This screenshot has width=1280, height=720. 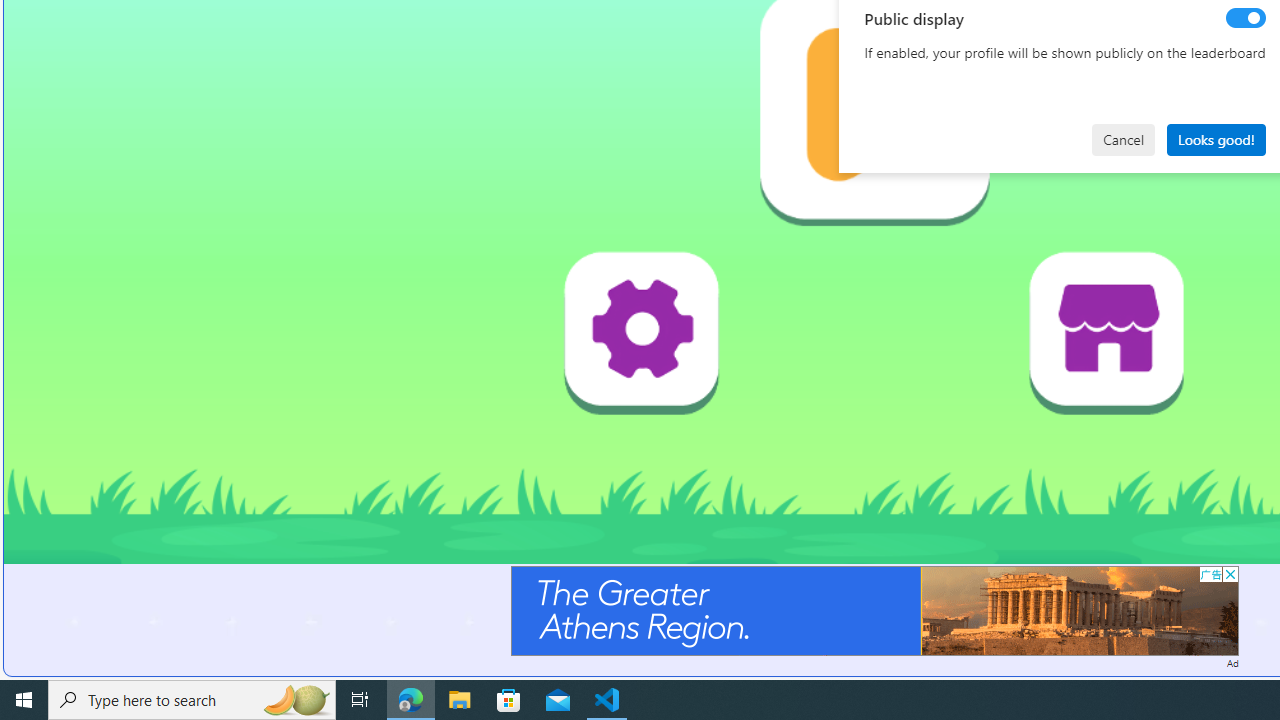 I want to click on 'Advertisement', so click(x=874, y=609).